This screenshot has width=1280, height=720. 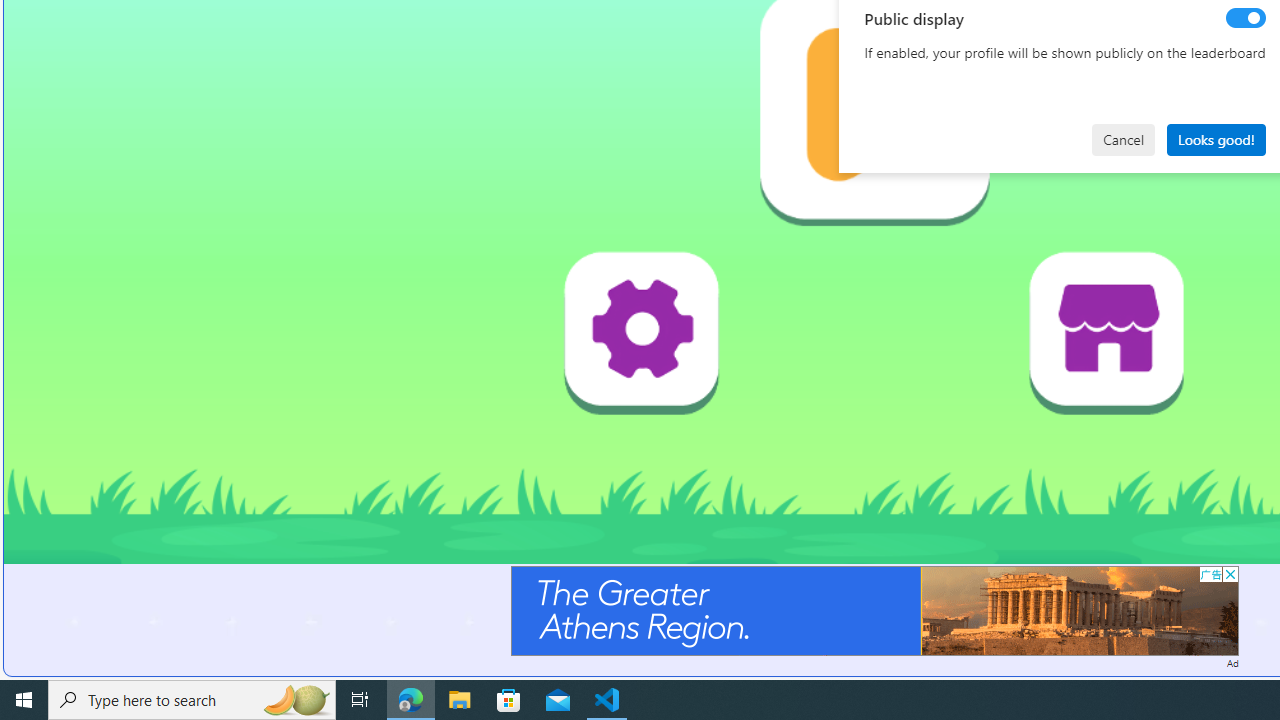 I want to click on 'Advertisement', so click(x=874, y=609).